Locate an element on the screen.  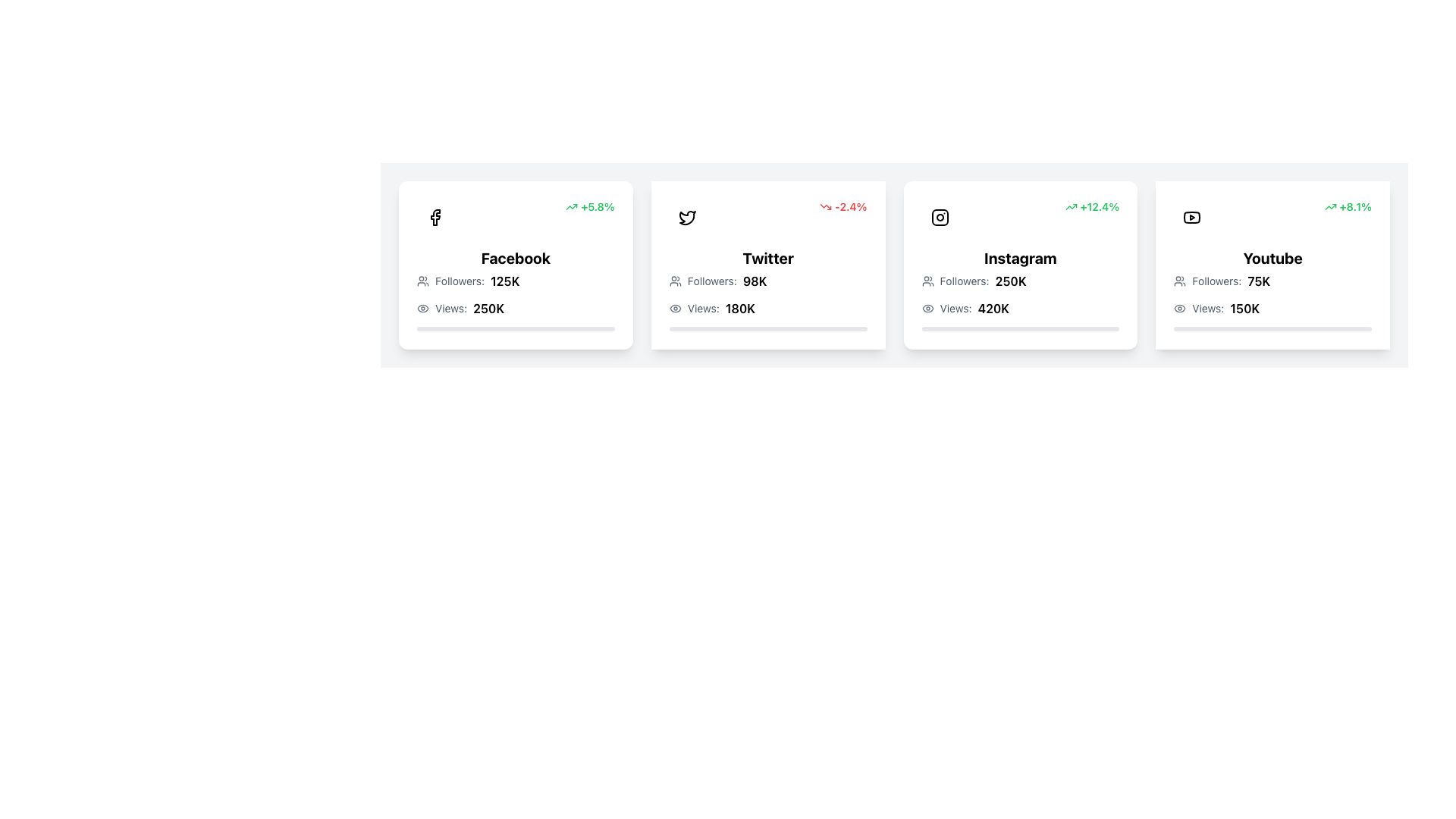
the Progress Bar located beneath the 'Views' label displaying '420K' in the Instagram card's section of social media statistics is located at coordinates (1020, 328).